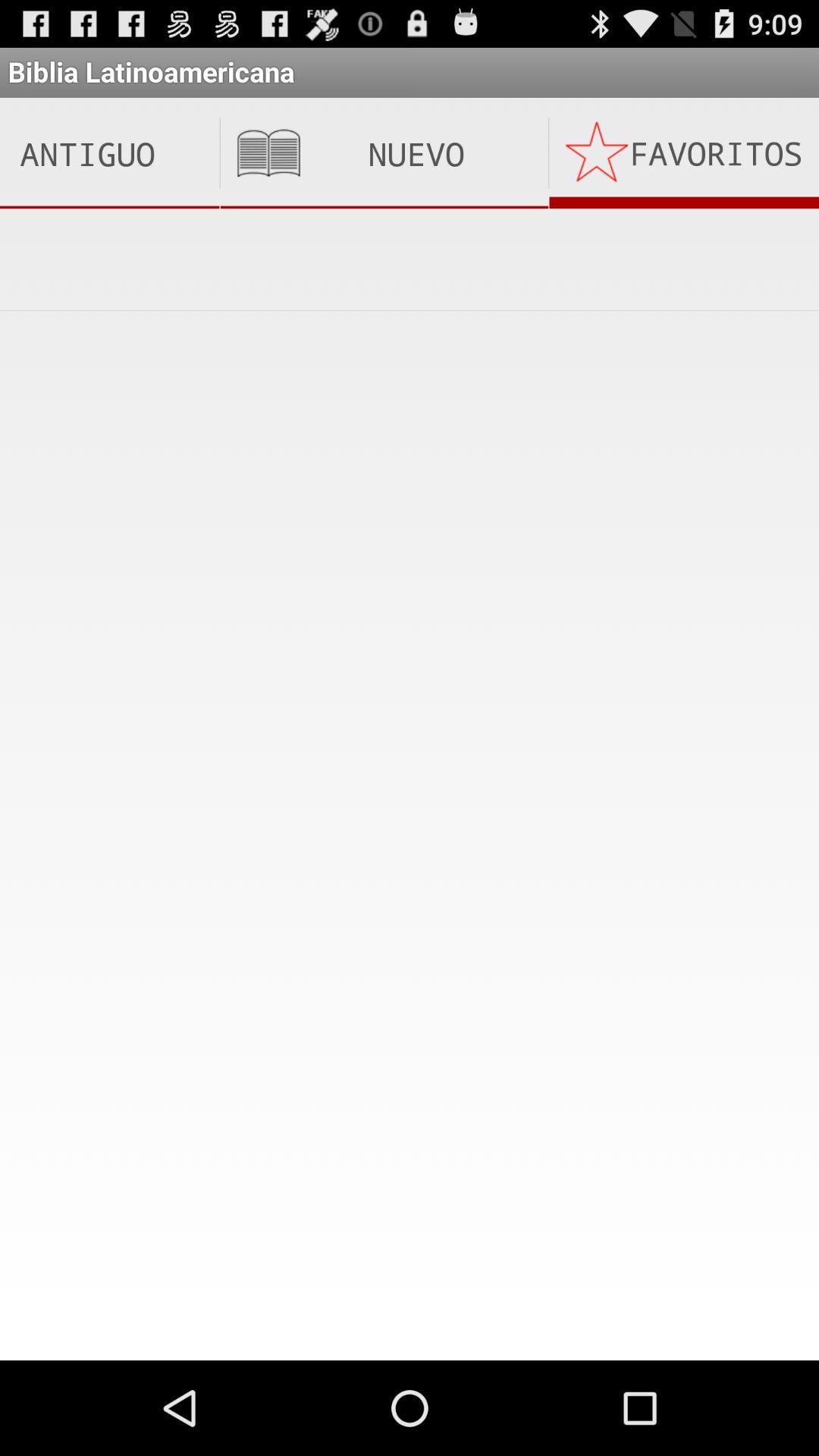  What do you see at coordinates (383, 153) in the screenshot?
I see `the nuevo testamento` at bounding box center [383, 153].